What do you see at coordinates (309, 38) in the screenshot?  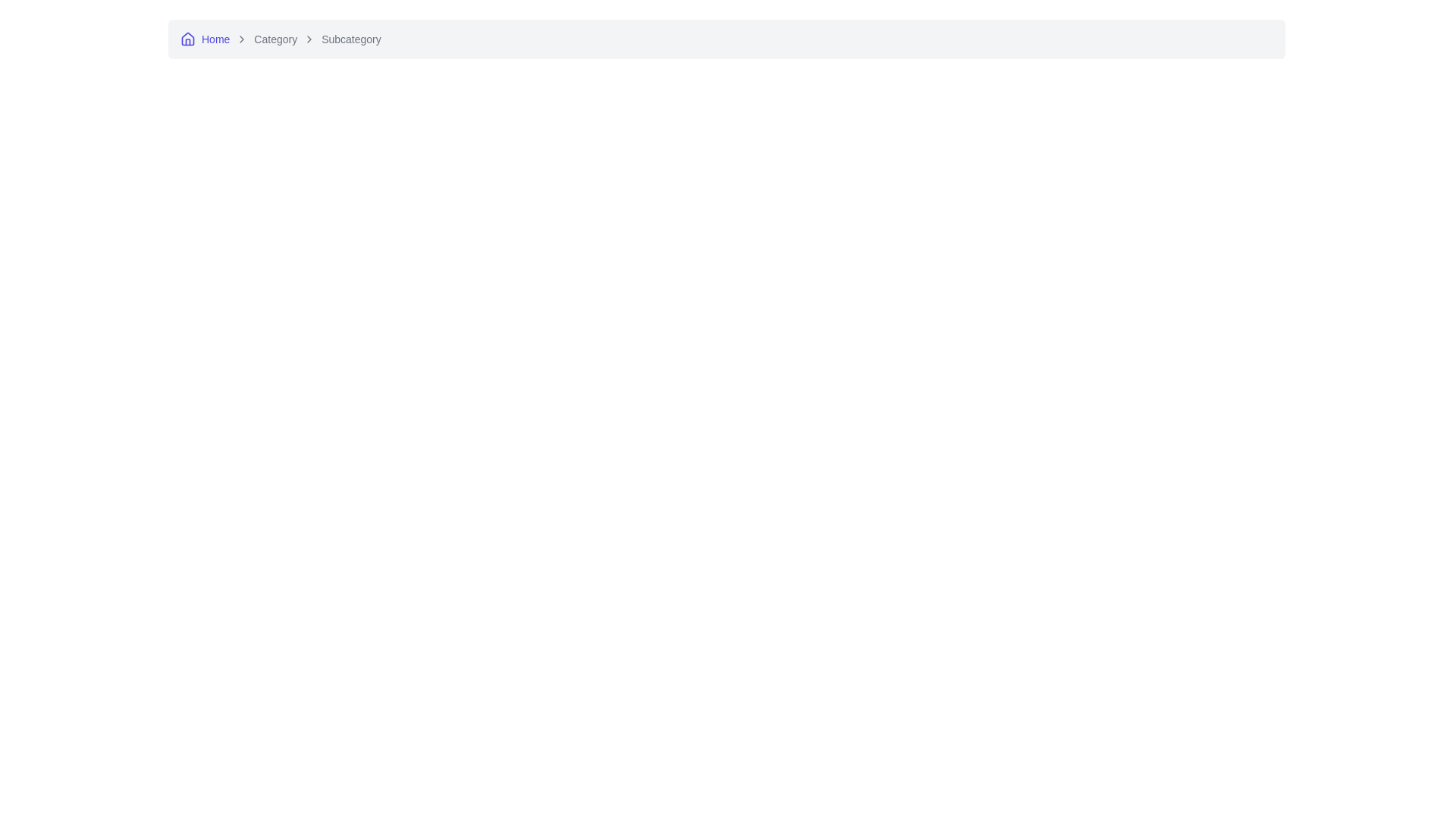 I see `the rightward-facing chevron icon in the breadcrumb navigation bar, located between the 'Category' and 'Subcategory' labels` at bounding box center [309, 38].